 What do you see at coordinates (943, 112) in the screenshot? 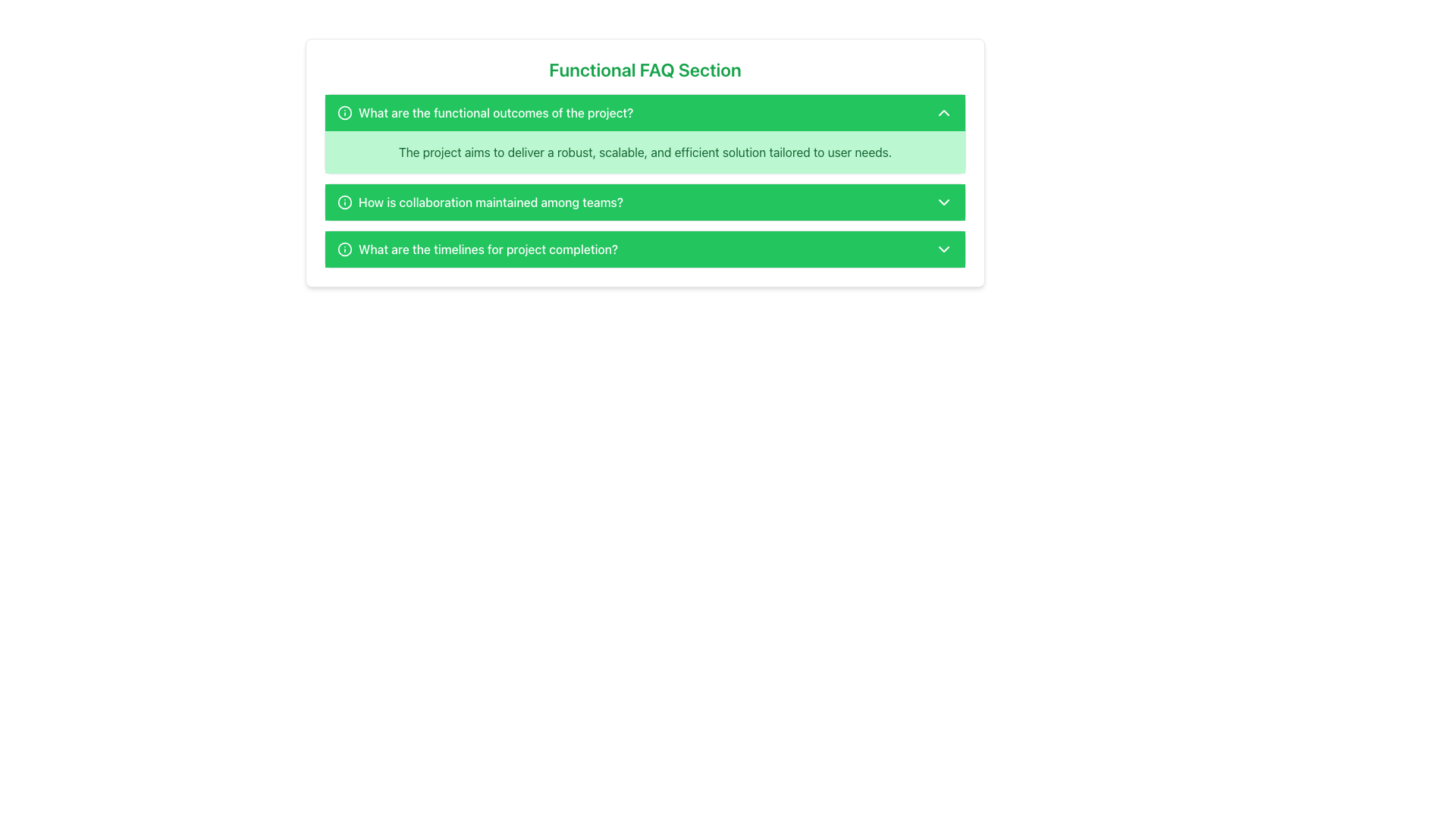
I see `the chevron icon that toggles the expansion of the FAQ section titled 'What are the functional outcomes of the project?' for visual feedback` at bounding box center [943, 112].